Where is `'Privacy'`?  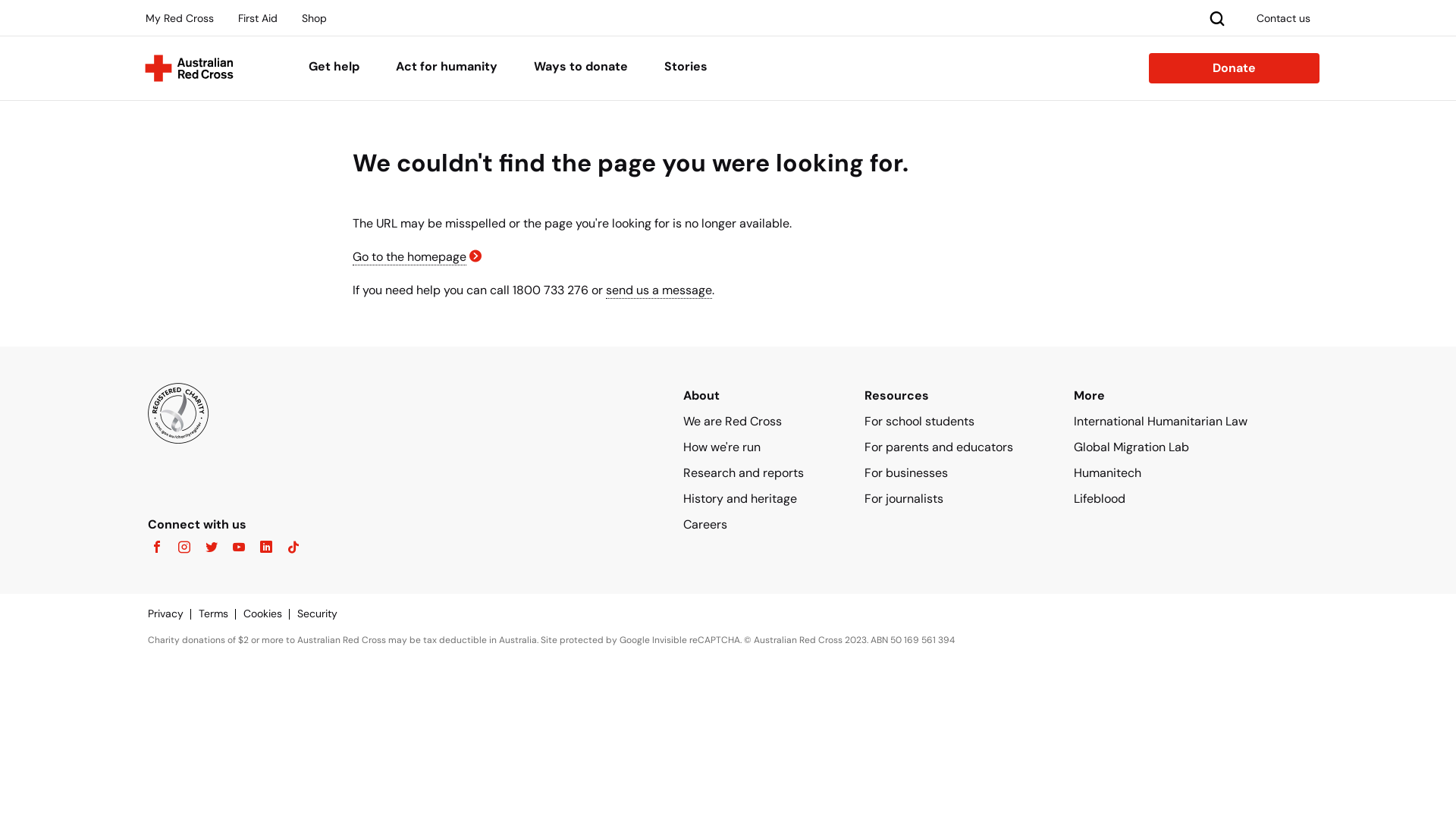 'Privacy' is located at coordinates (173, 613).